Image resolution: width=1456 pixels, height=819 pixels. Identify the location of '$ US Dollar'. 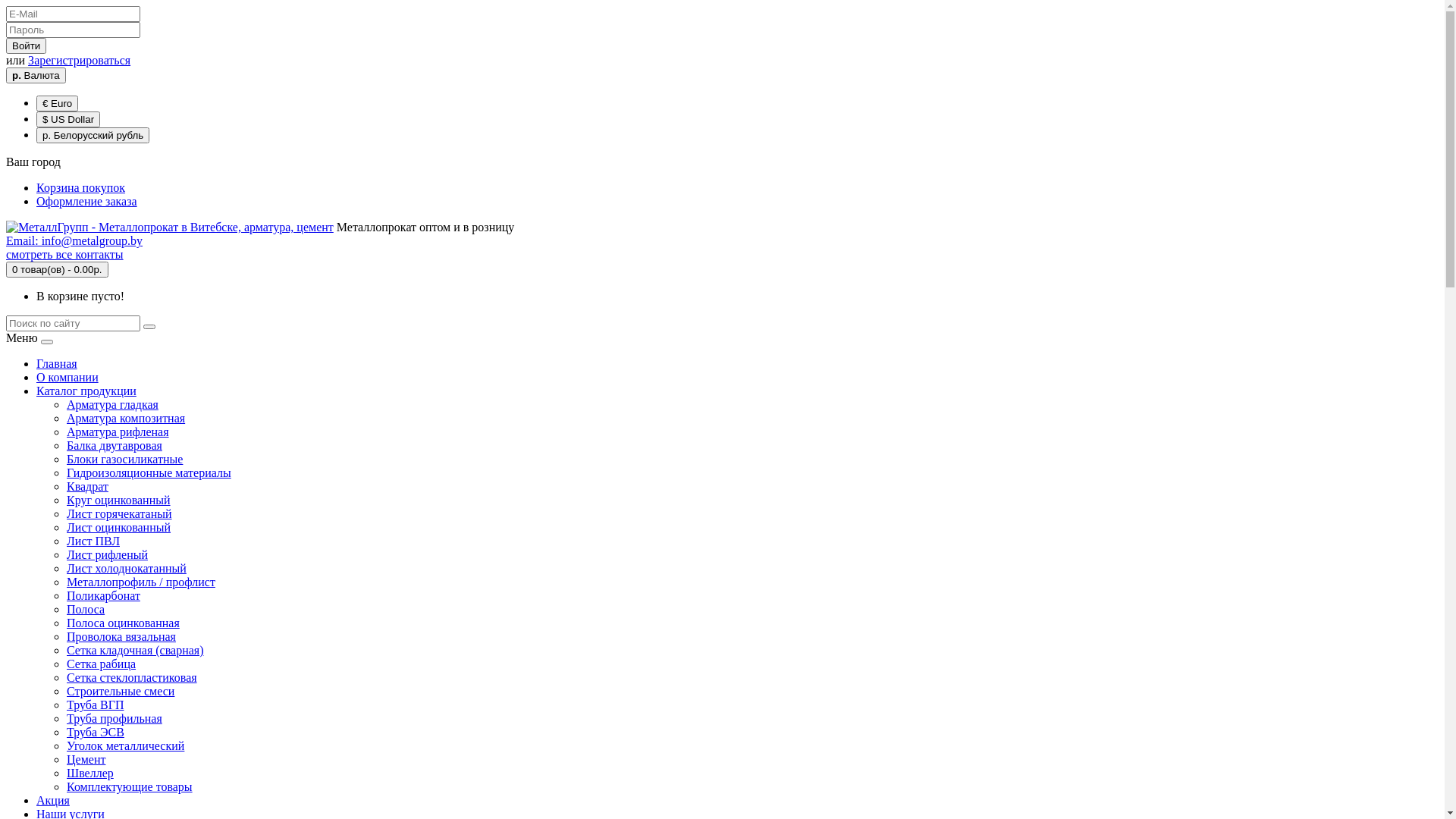
(36, 118).